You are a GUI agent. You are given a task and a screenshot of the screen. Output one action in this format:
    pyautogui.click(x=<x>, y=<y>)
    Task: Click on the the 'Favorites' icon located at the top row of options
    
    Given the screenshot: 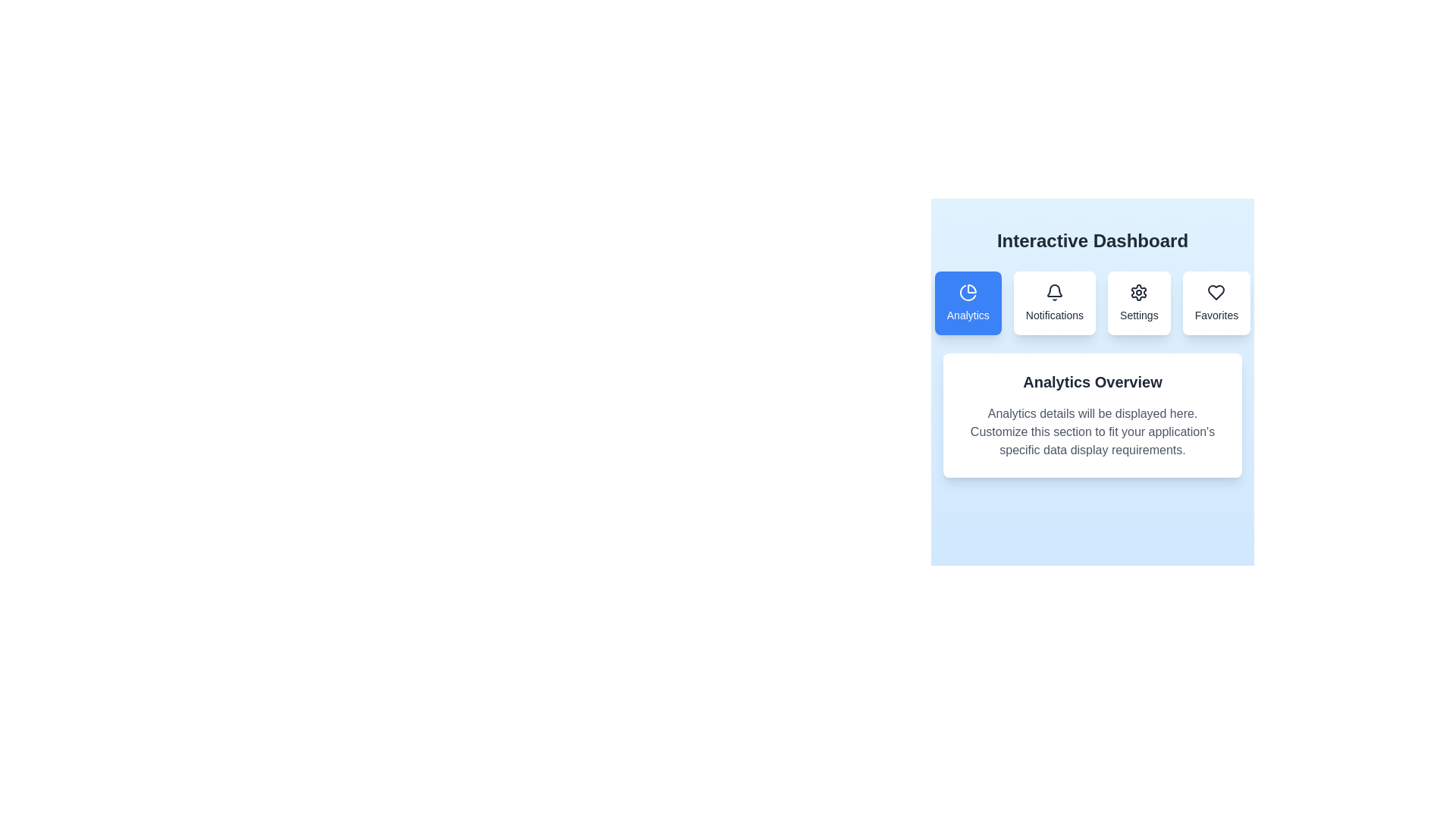 What is the action you would take?
    pyautogui.click(x=1216, y=292)
    